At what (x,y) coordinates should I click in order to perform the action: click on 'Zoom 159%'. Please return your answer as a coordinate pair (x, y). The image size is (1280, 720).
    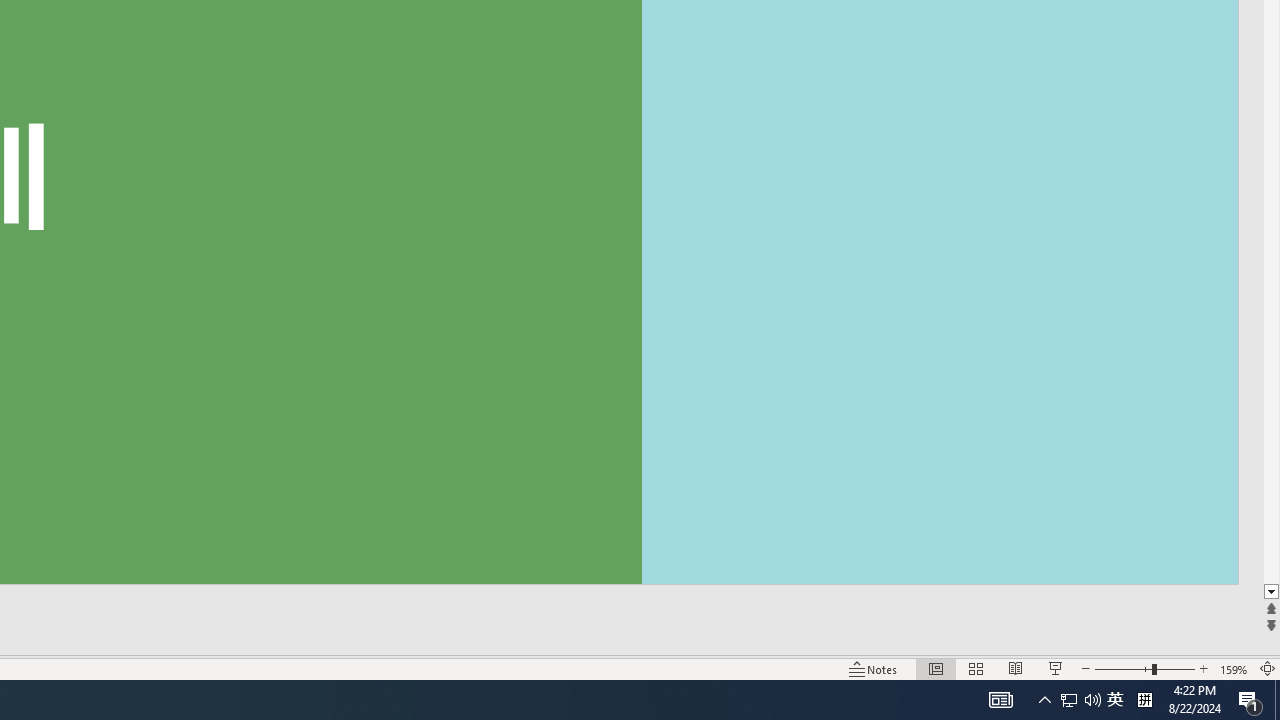
    Looking at the image, I should click on (1233, 669).